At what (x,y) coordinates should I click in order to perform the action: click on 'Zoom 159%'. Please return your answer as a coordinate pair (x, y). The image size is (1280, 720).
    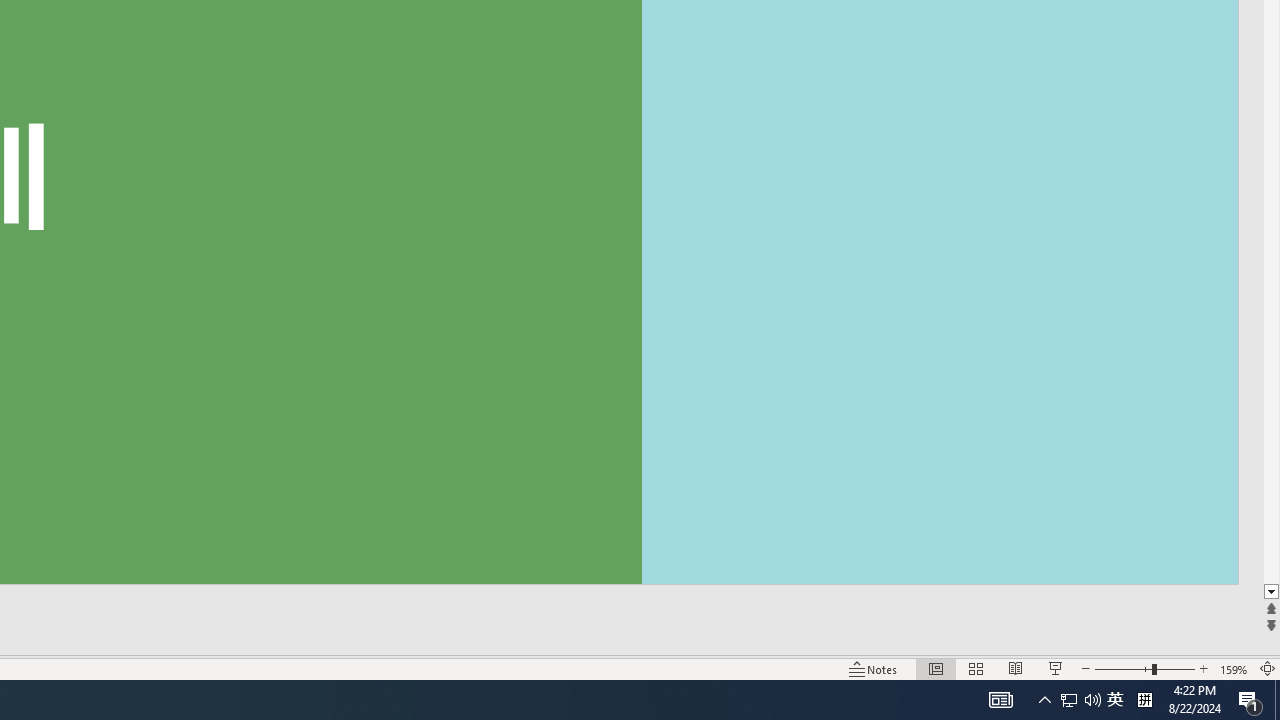
    Looking at the image, I should click on (1233, 669).